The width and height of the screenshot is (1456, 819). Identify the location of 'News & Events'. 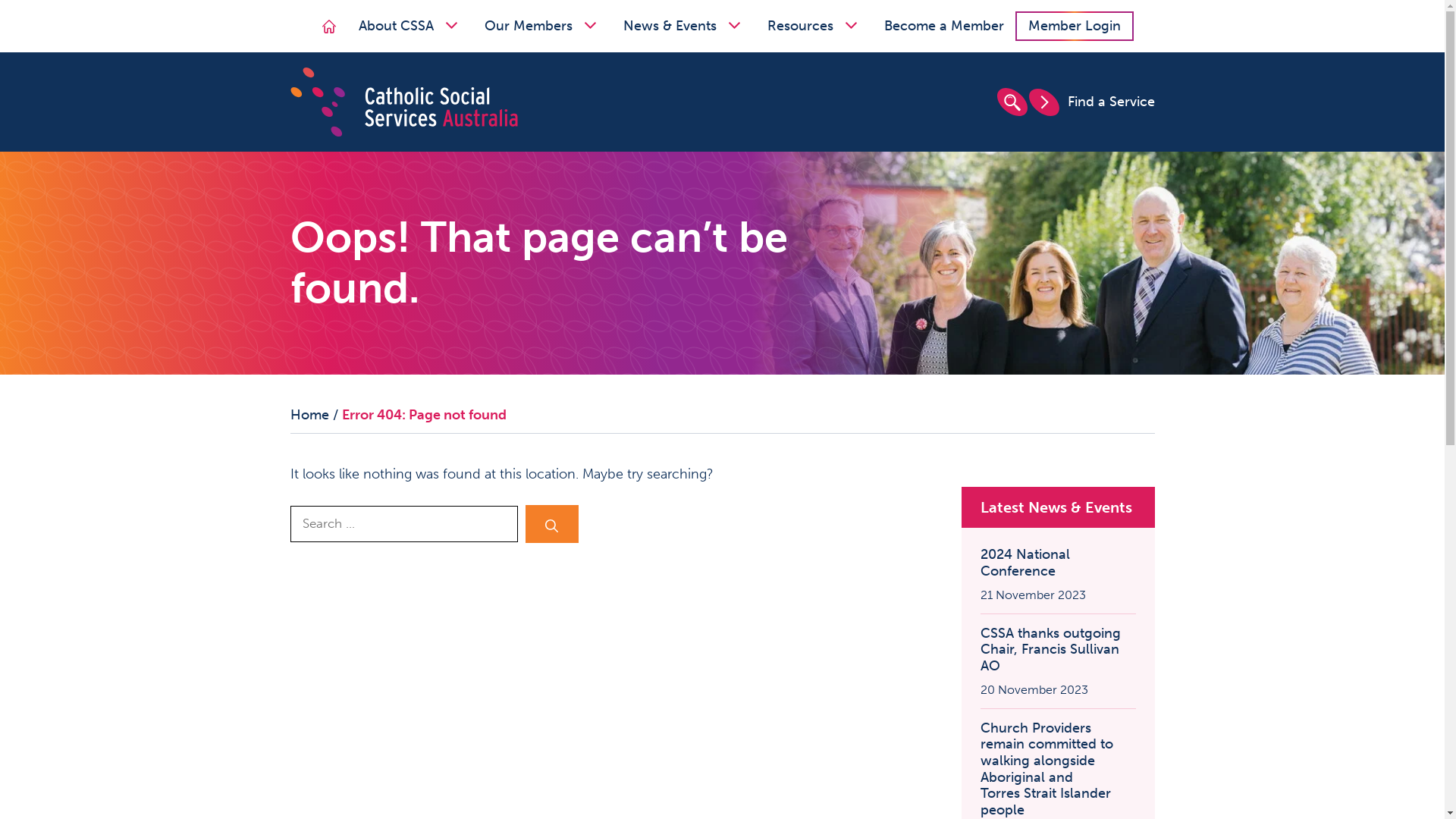
(683, 26).